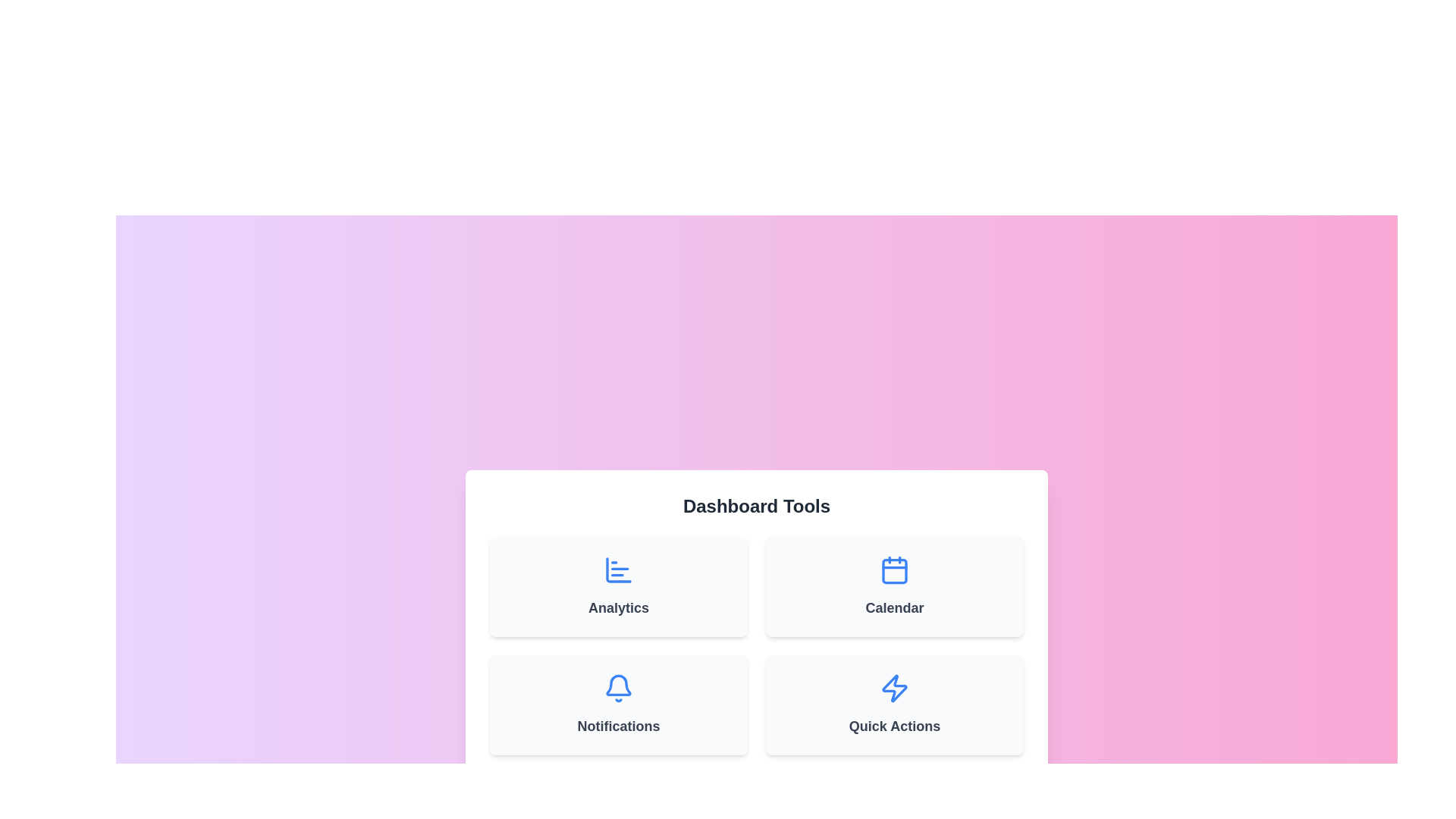 The width and height of the screenshot is (1456, 819). I want to click on the blue calendar icon located in the top-right card of the 'Dashboard Tools' section, which features a rectangular outline and a header strip with two dots, so click(895, 570).